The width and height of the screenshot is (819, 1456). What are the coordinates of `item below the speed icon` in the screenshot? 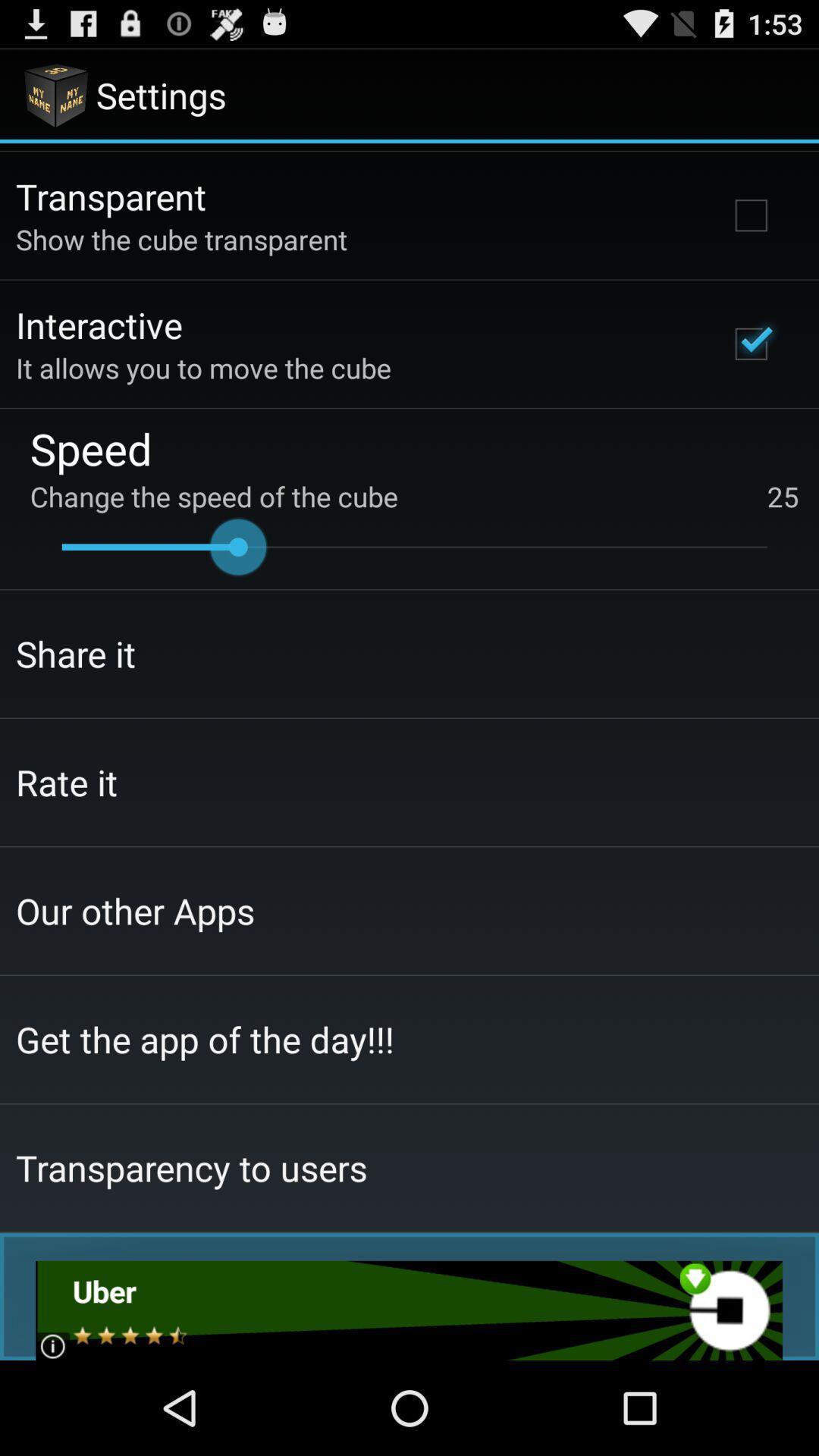 It's located at (414, 496).